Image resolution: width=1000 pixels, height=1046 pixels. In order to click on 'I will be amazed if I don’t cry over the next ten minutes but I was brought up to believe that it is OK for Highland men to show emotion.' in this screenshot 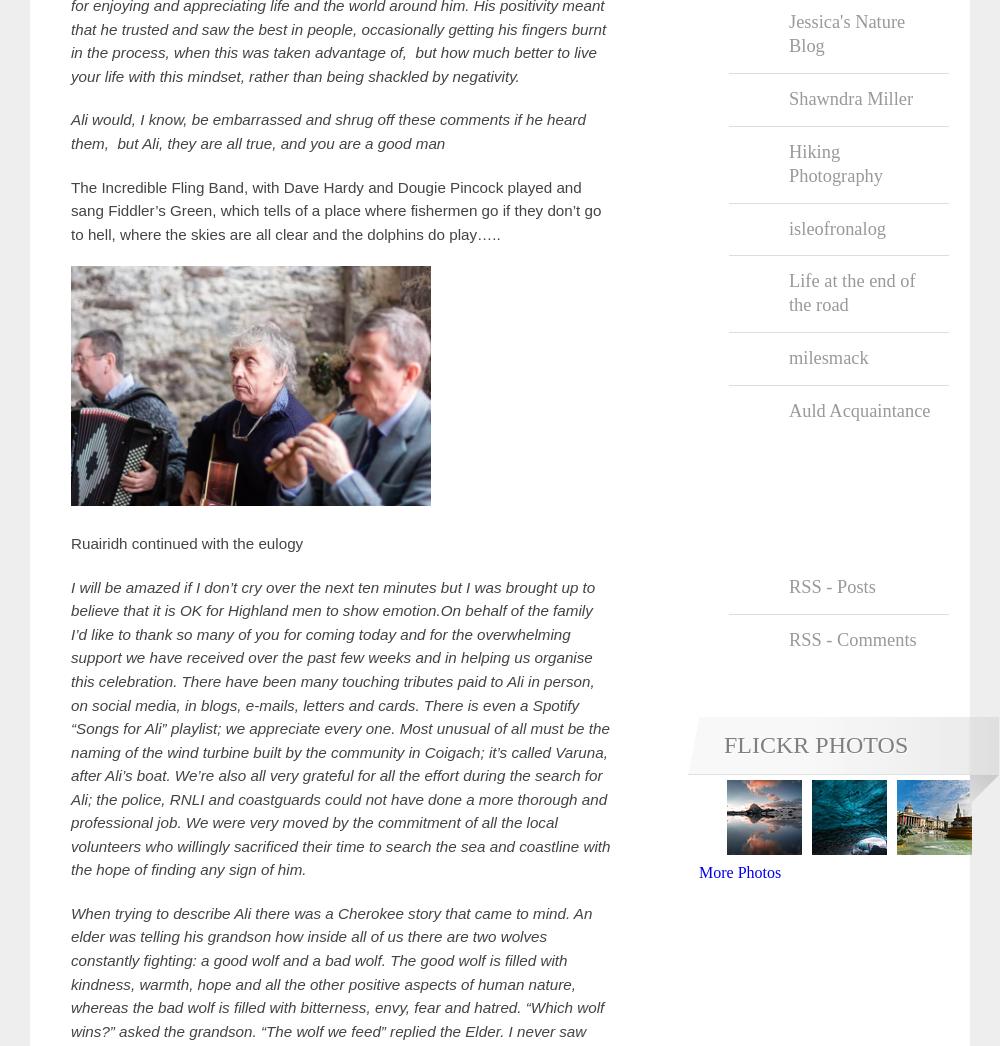, I will do `click(332, 598)`.